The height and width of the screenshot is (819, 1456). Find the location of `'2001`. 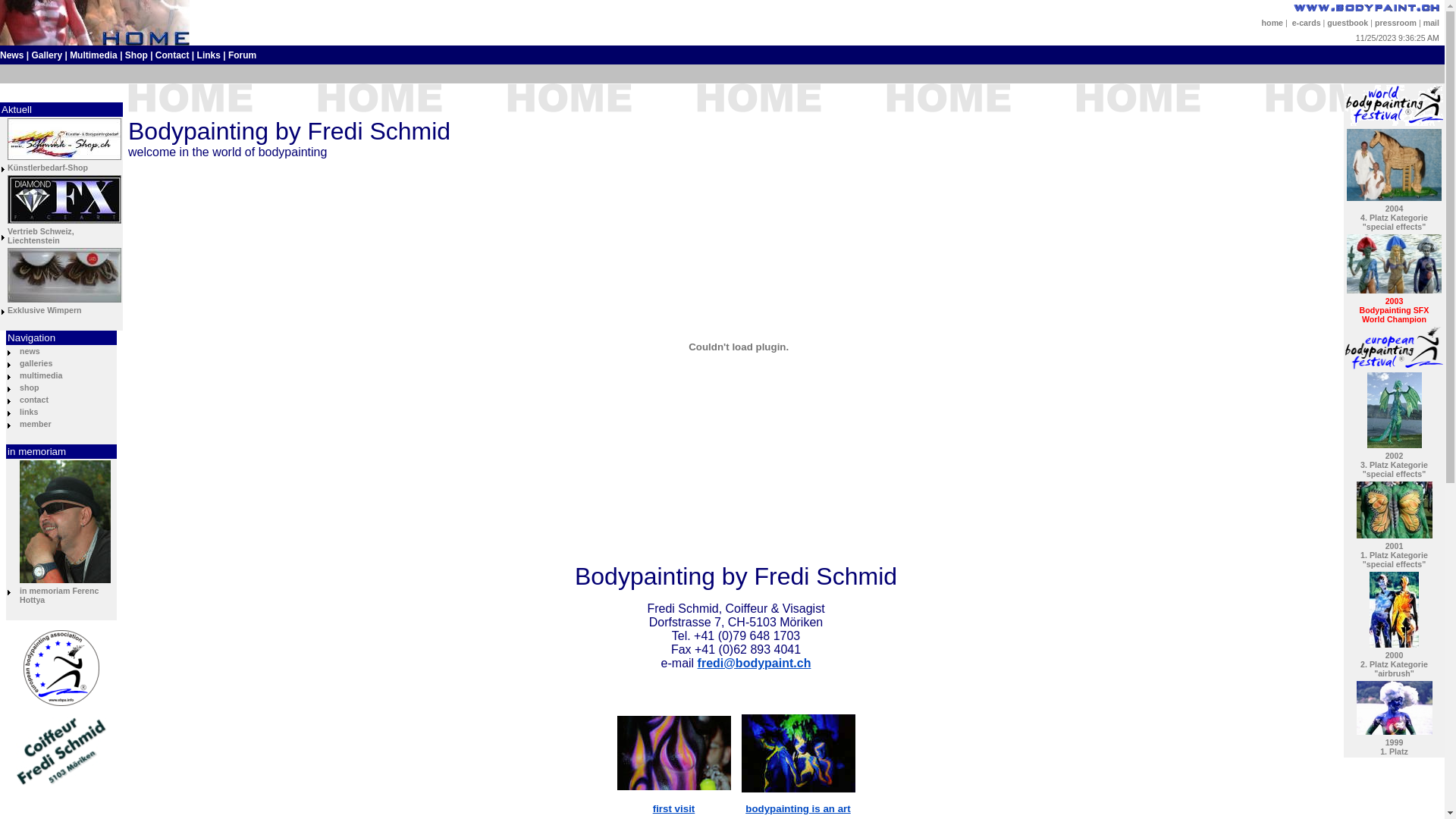

'2001 is located at coordinates (1394, 555).